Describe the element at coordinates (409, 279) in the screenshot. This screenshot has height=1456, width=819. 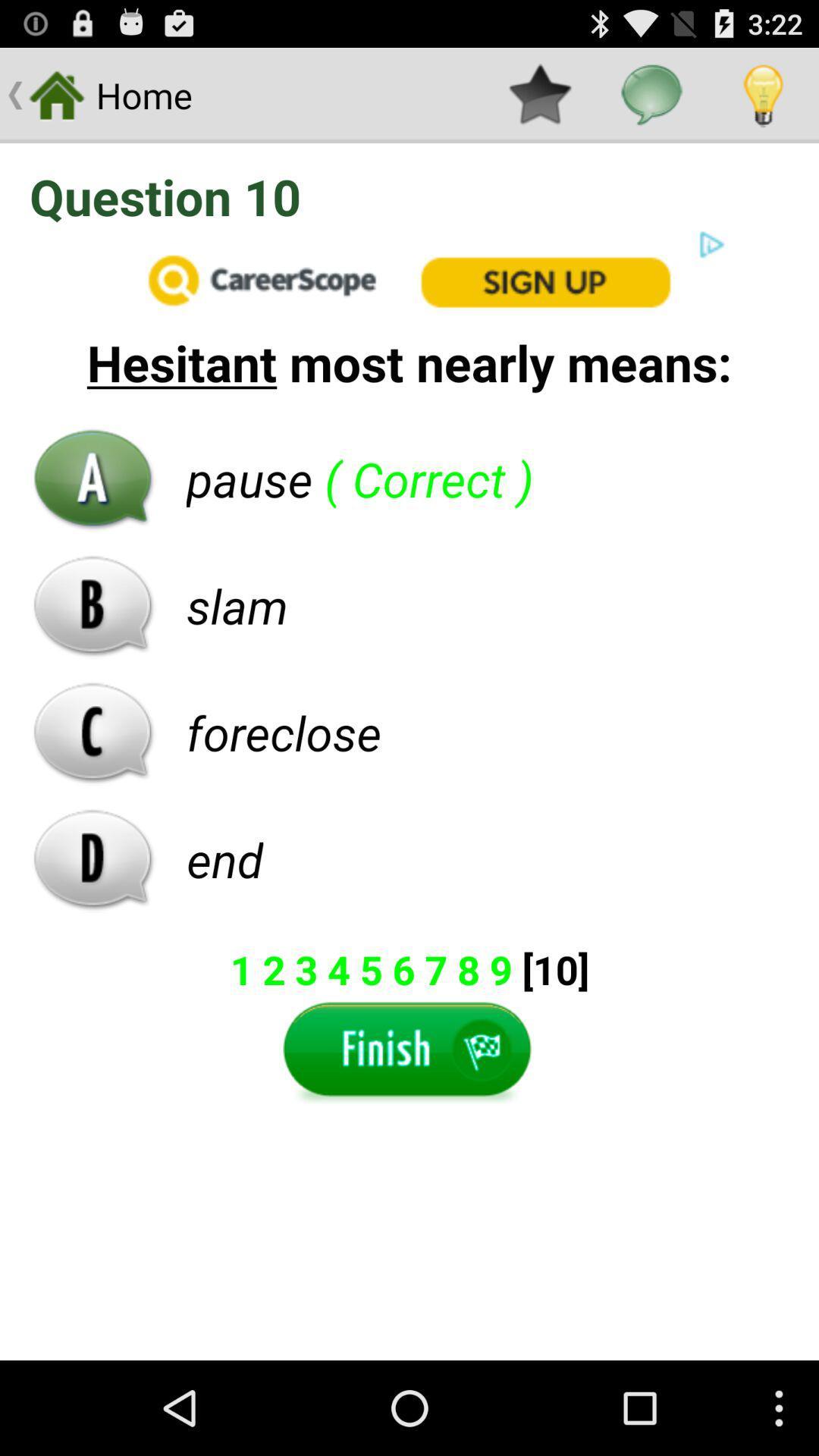
I see `sing up option` at that location.